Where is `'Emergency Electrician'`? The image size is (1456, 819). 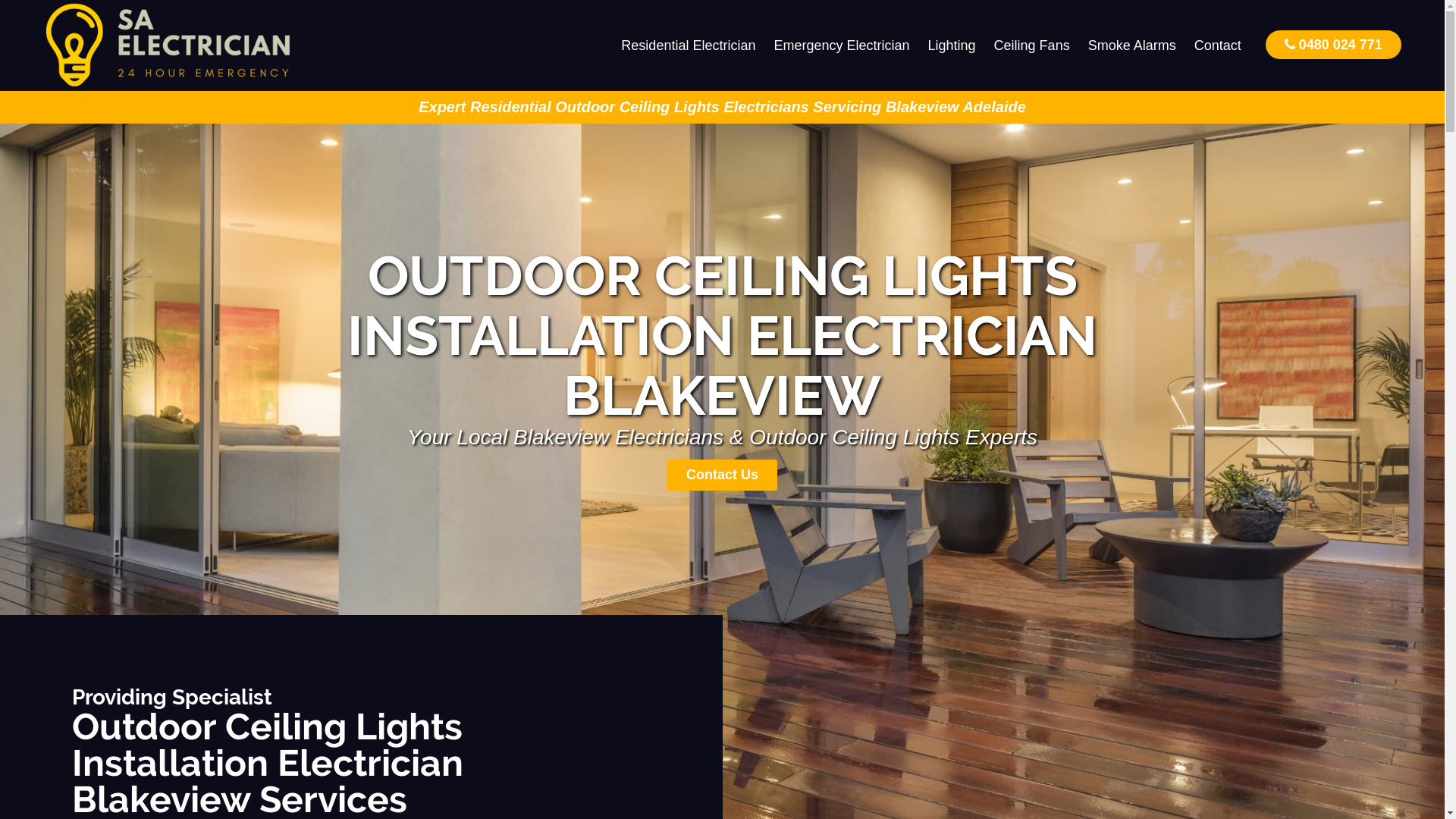
'Emergency Electrician' is located at coordinates (840, 45).